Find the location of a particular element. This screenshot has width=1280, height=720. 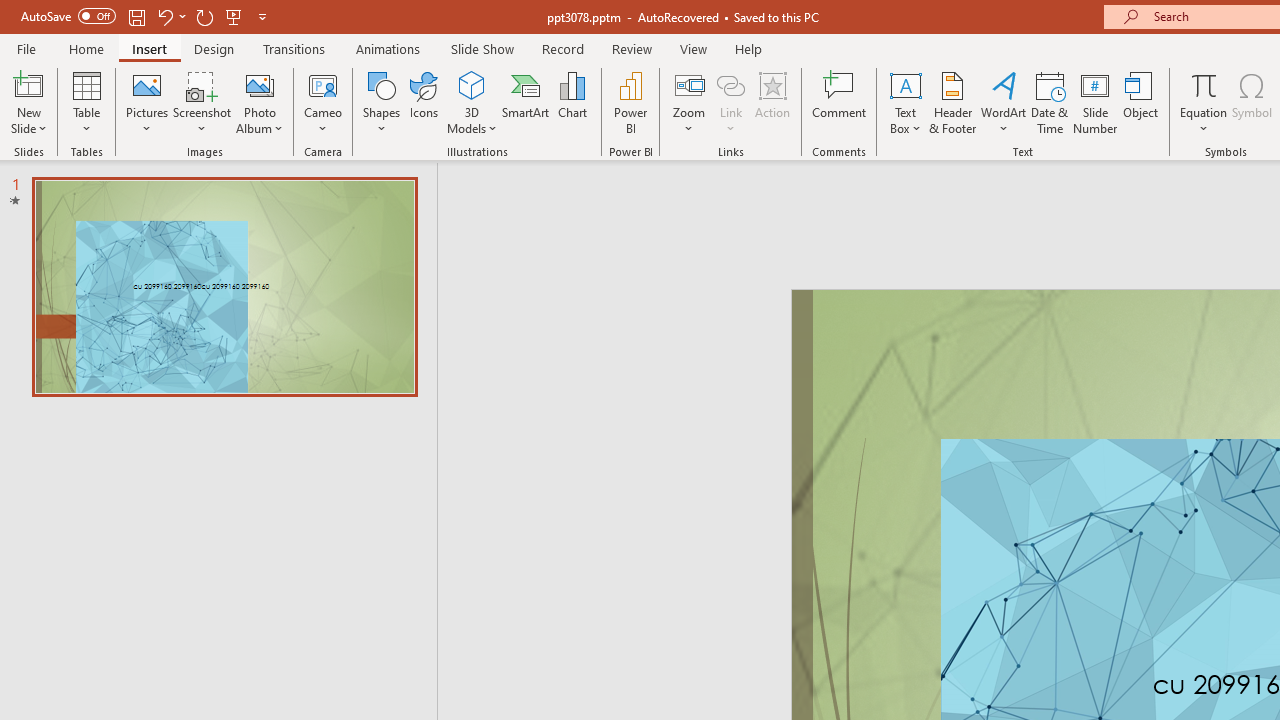

'Chart...' is located at coordinates (571, 103).